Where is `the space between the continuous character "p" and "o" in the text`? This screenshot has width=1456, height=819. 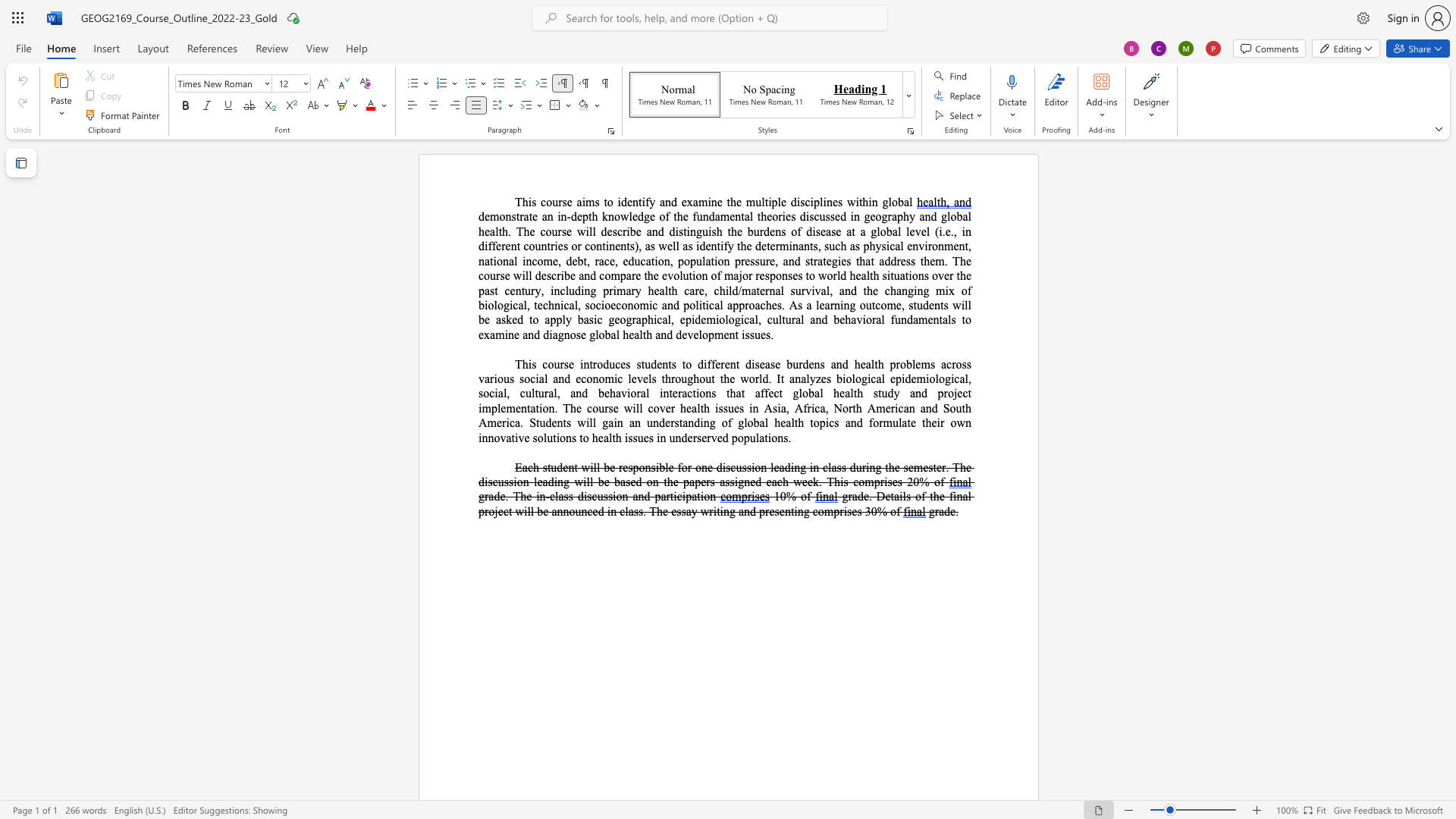 the space between the continuous character "p" and "o" in the text is located at coordinates (639, 466).